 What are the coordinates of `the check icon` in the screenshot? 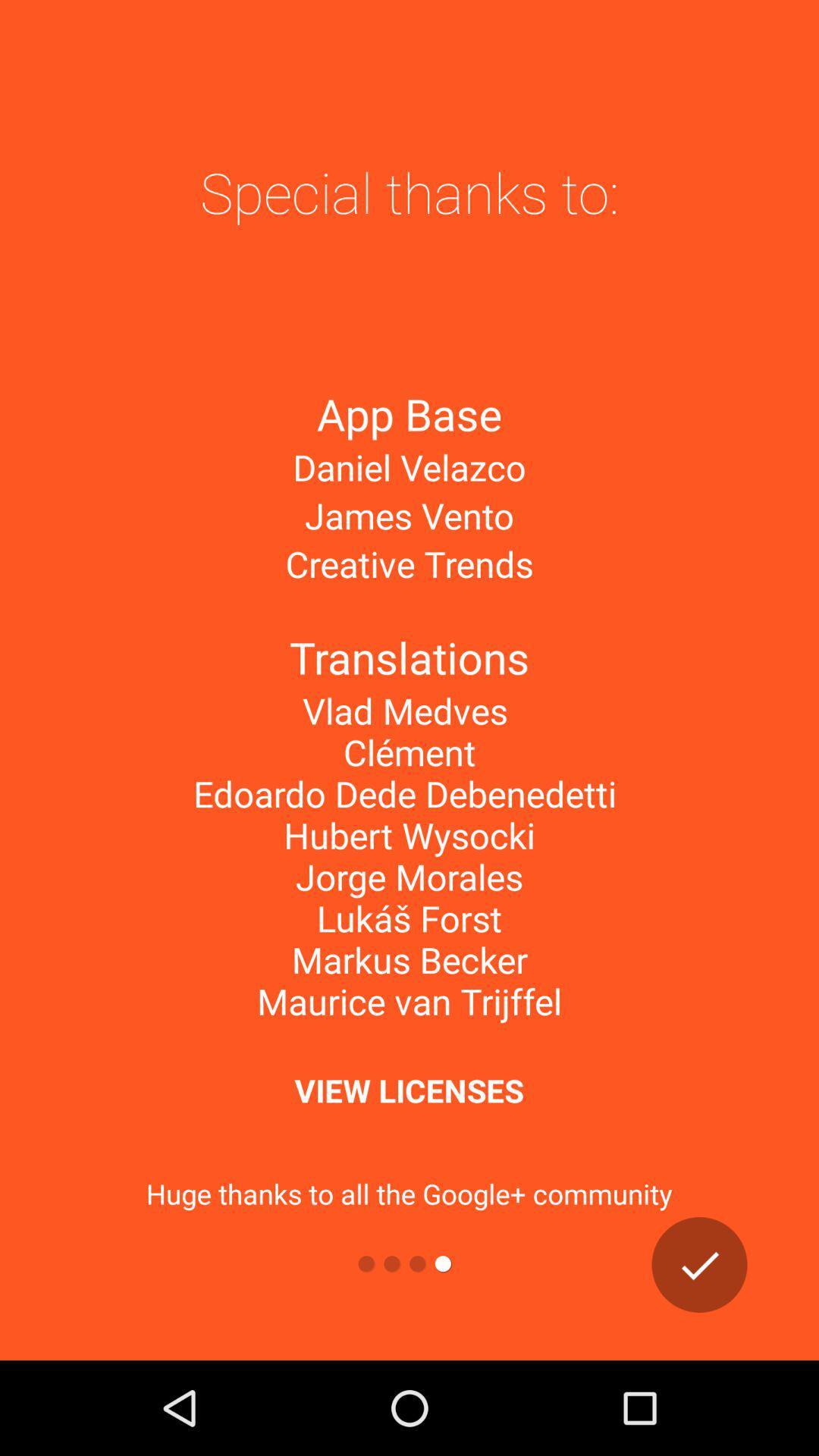 It's located at (699, 1264).